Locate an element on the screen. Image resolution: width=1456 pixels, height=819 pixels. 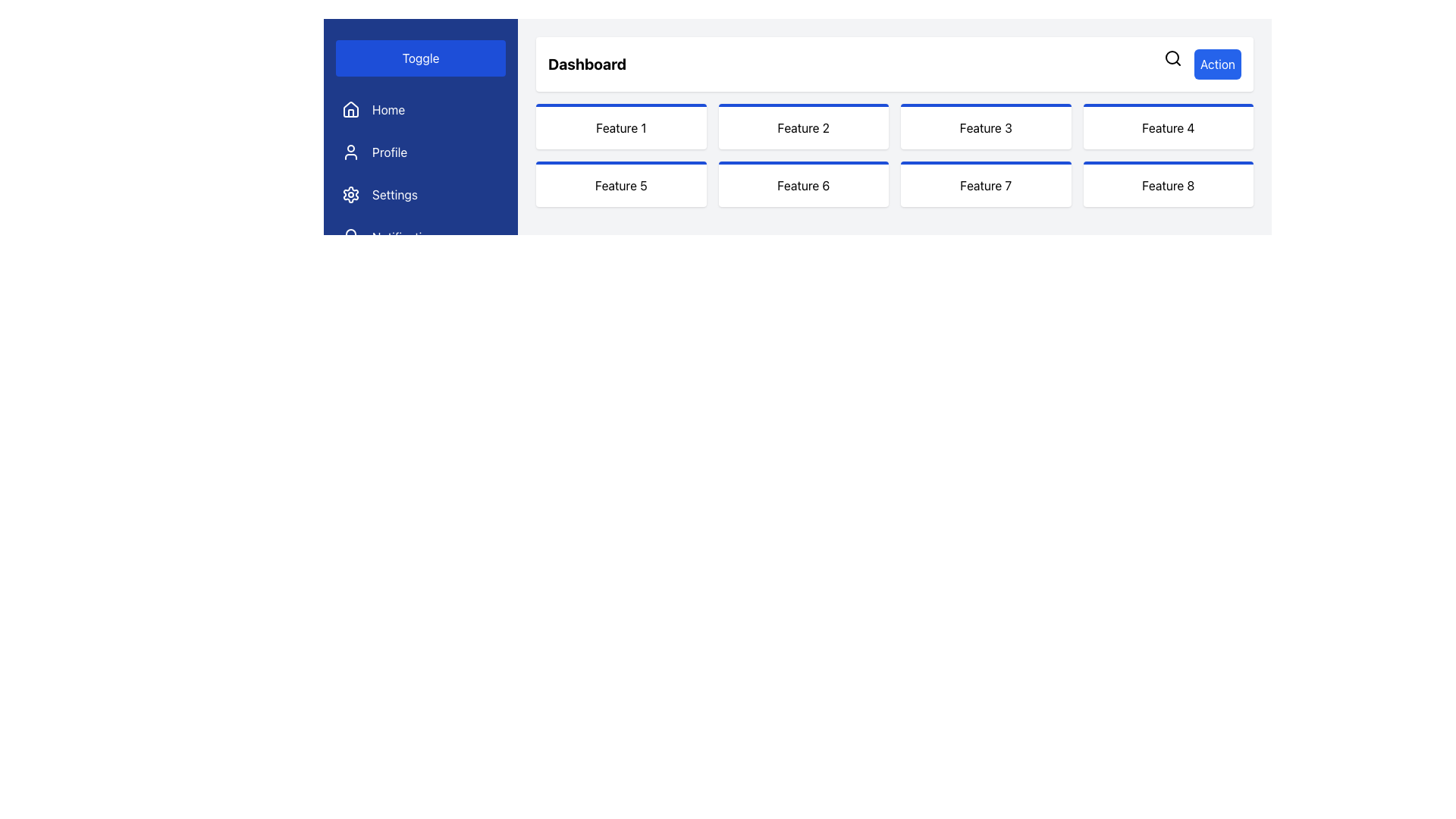
'Settings' text label located in the vertical menu bar between 'Profile' and 'Notifications' is located at coordinates (394, 194).